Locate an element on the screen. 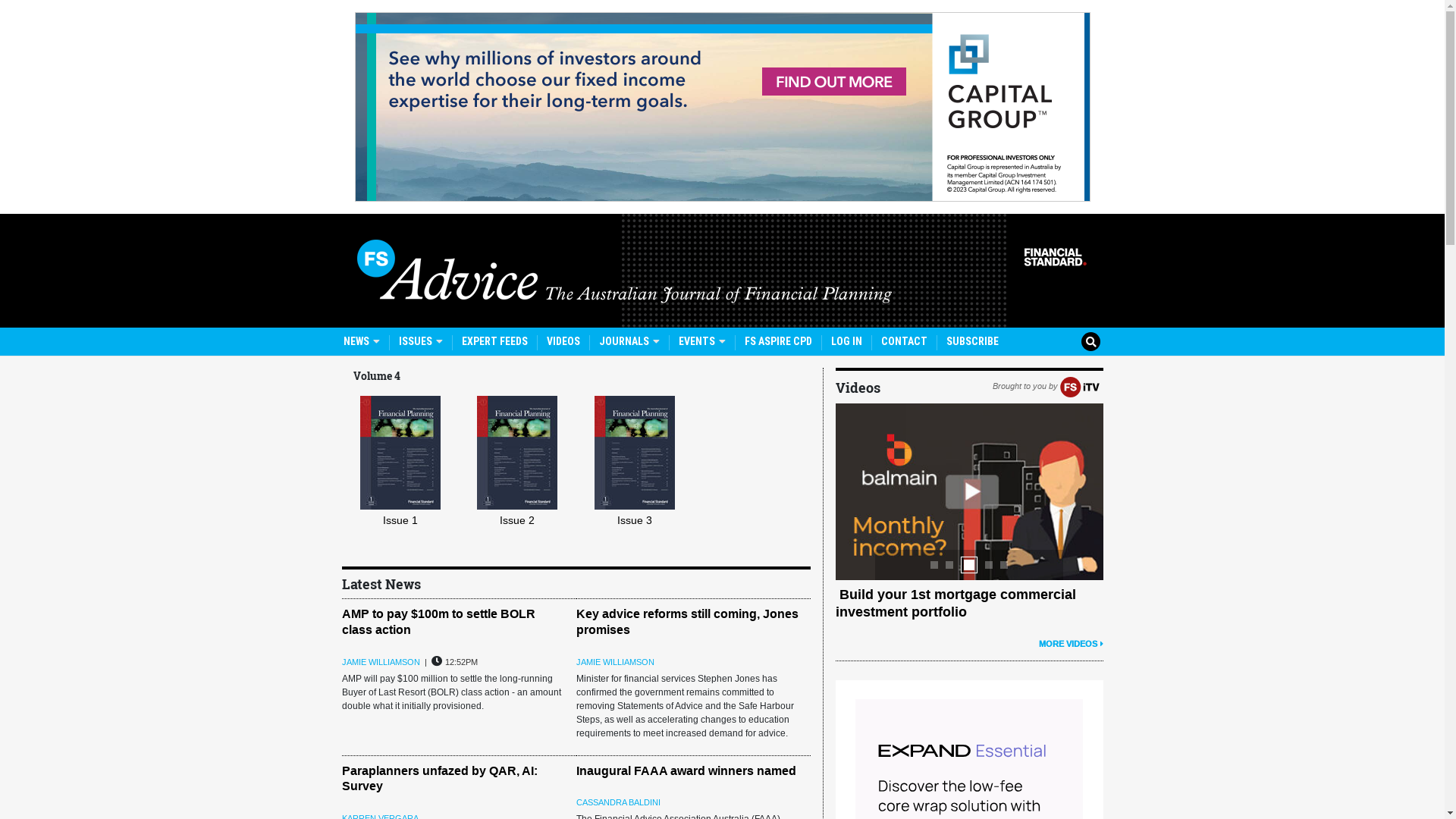 The image size is (1456, 819). 'AMP to pay $100m to settle BOLR class action' is located at coordinates (340, 622).